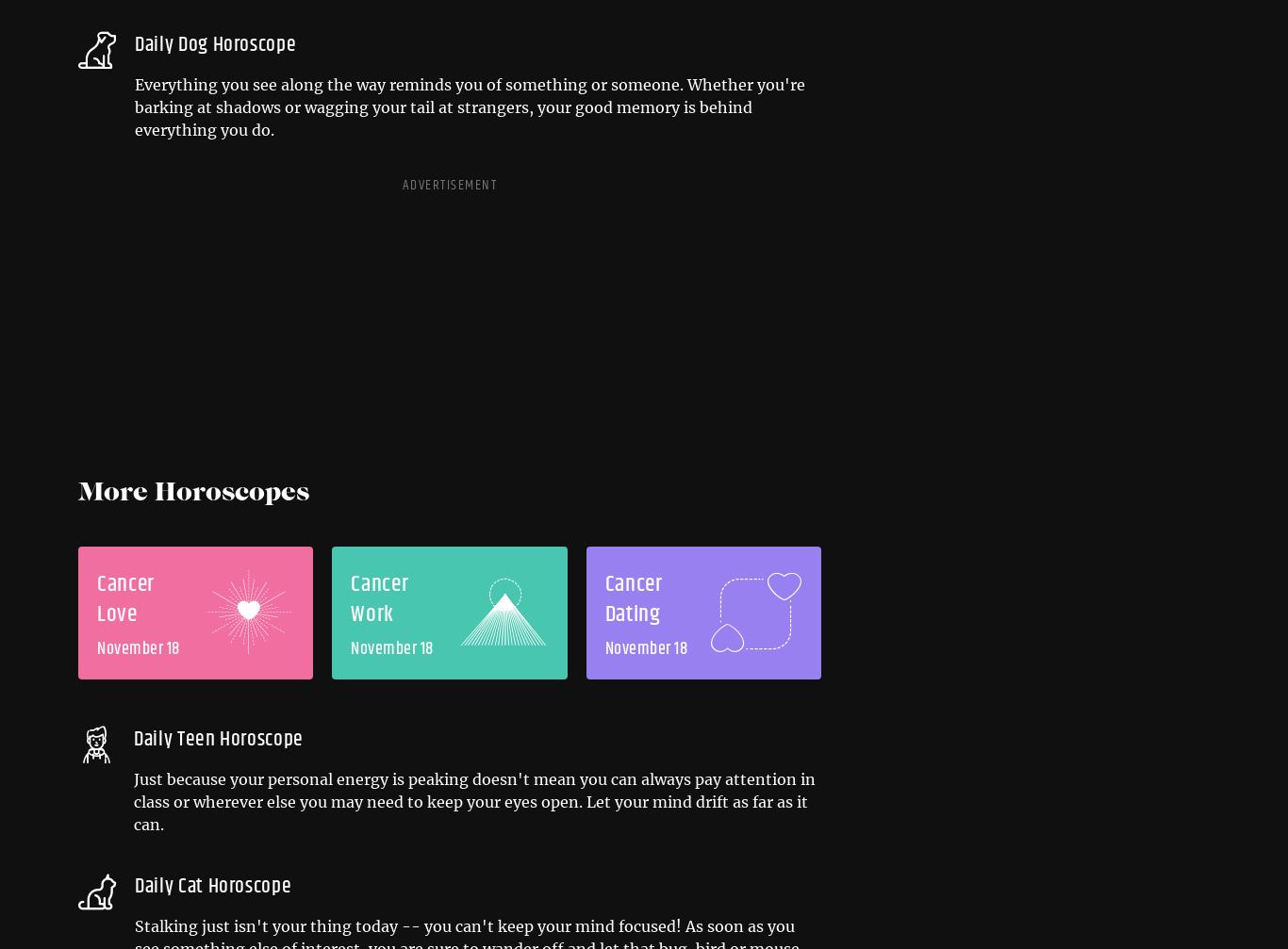  I want to click on 'Just because your personal energy is peaking doesn't mean you can always pay attention in class or wherever else you may need to keep your eyes open. Let your mind drift as far as it can.', so click(133, 801).